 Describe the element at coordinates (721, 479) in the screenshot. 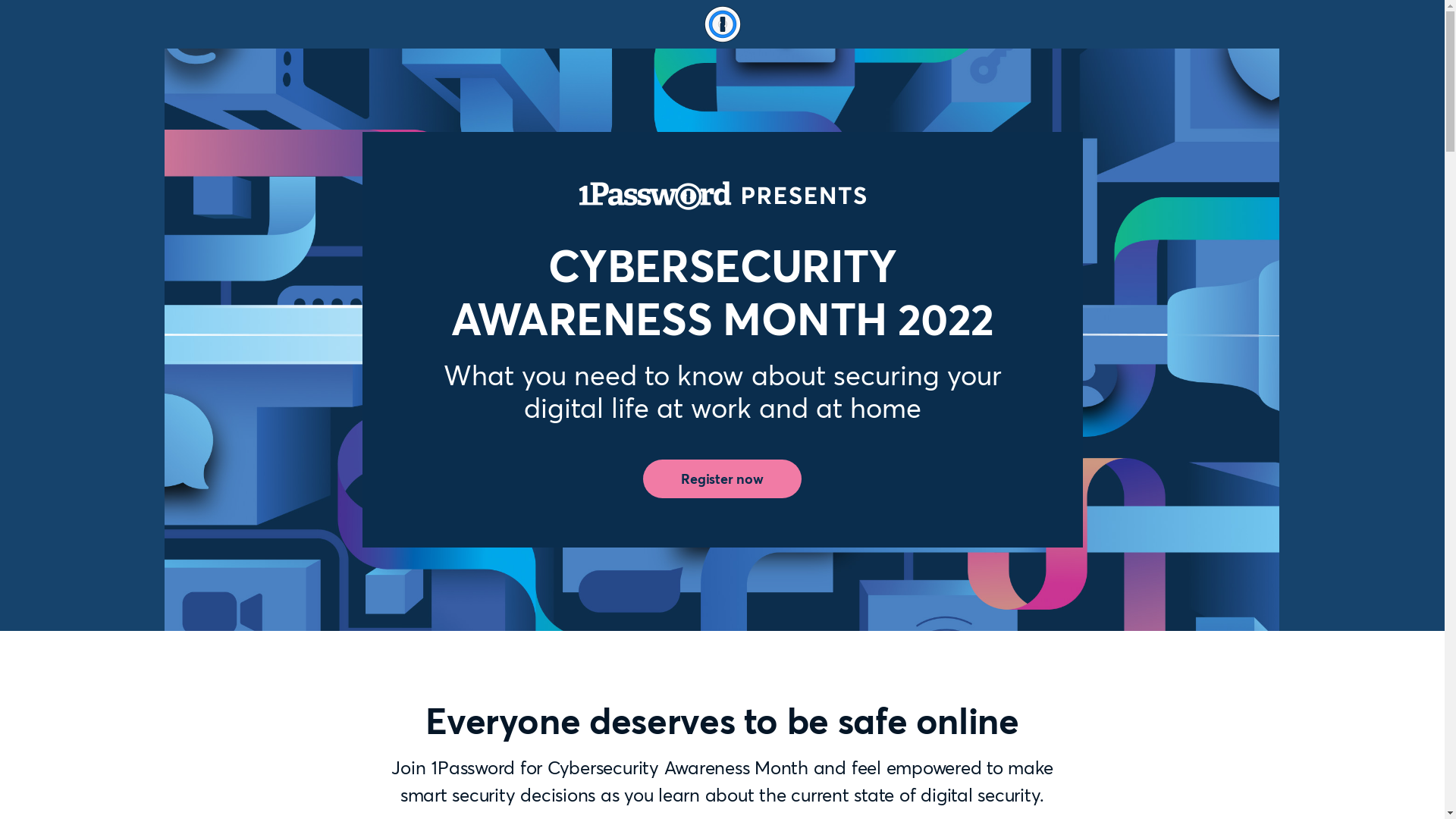

I see `'Register now'` at that location.